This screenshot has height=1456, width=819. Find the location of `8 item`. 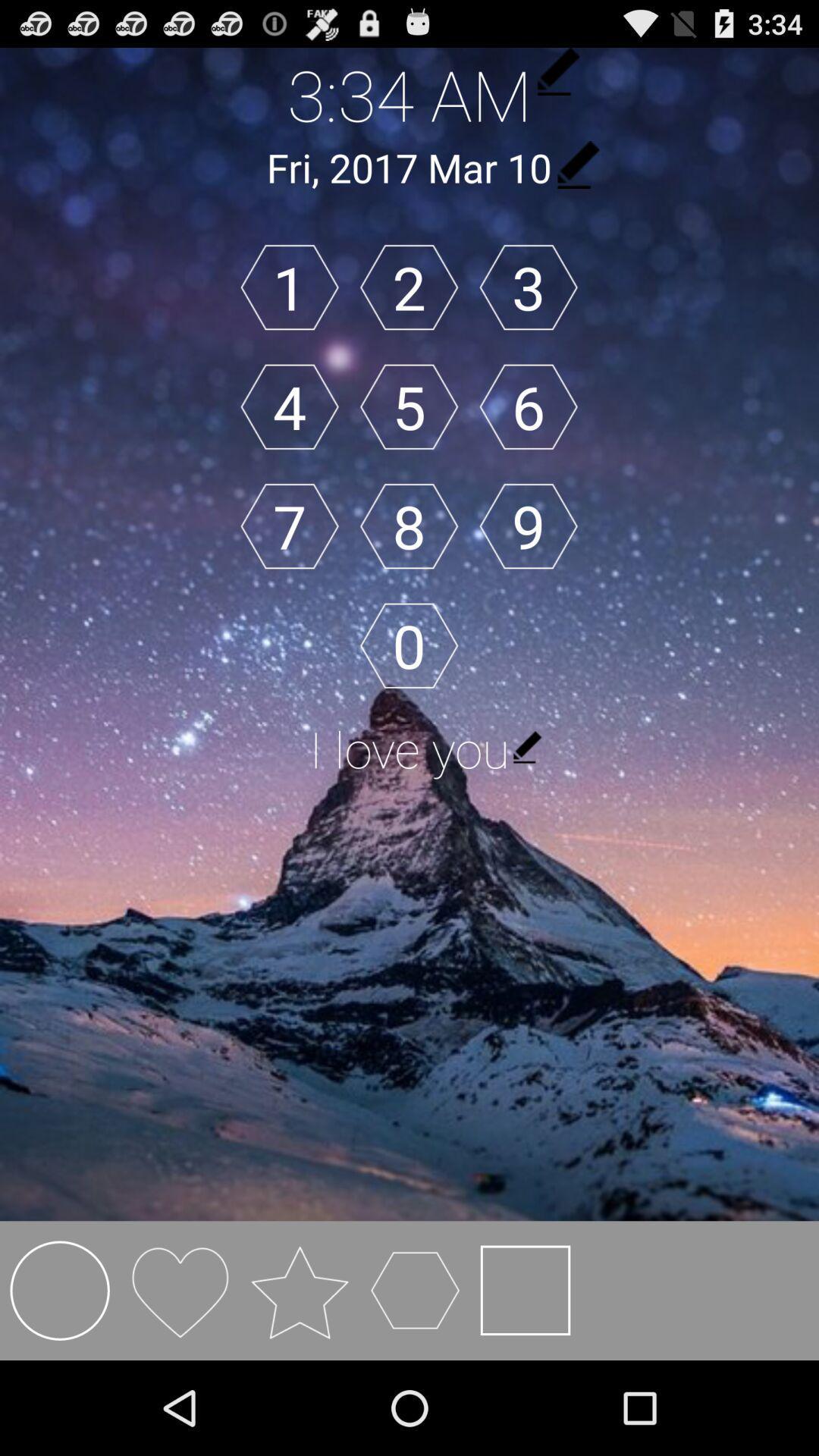

8 item is located at coordinates (408, 526).